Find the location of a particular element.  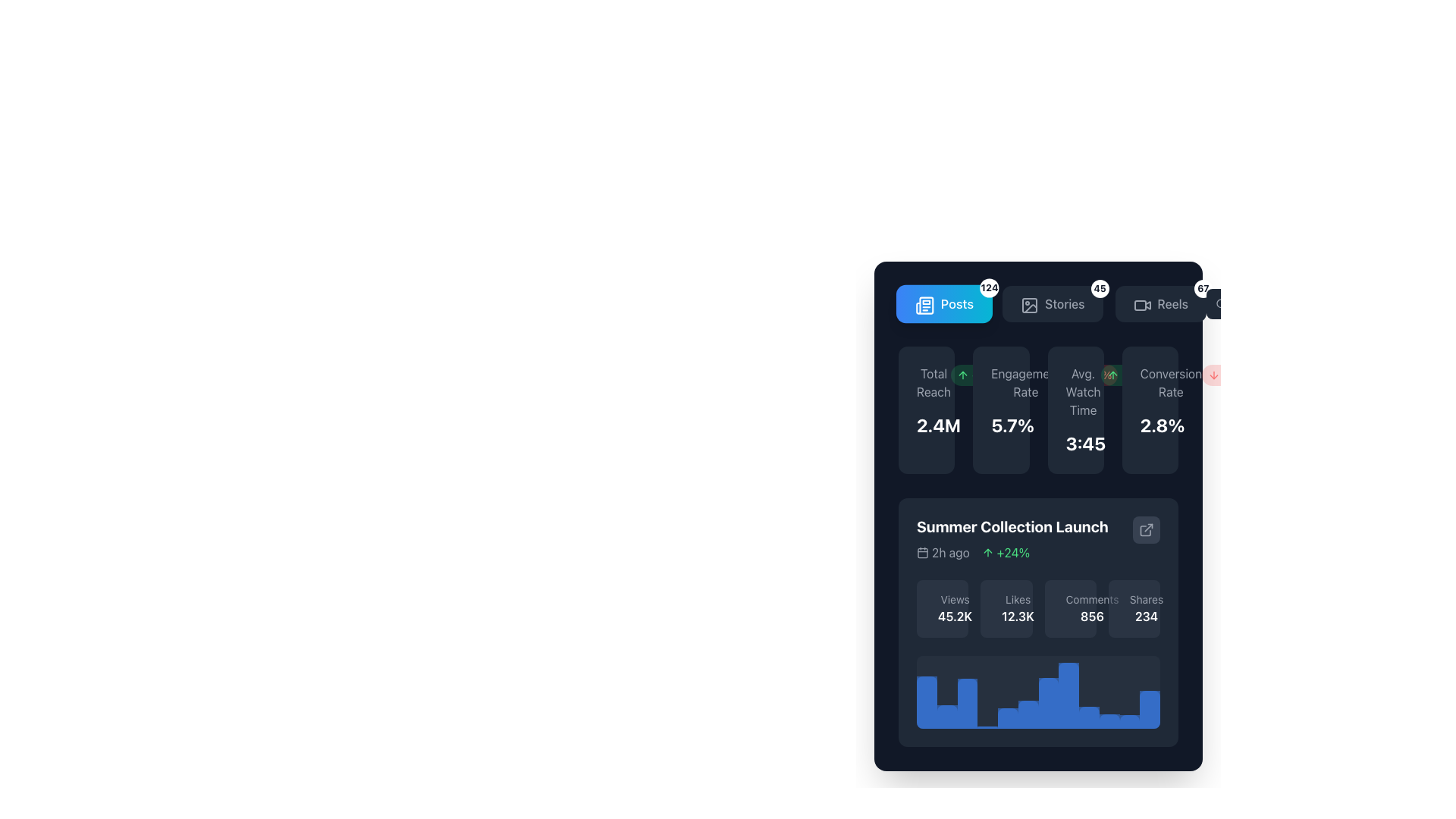

the newspaper icon located in the 'Posts' navigation tab, which is displayed within a blue button with rounded edges is located at coordinates (924, 306).